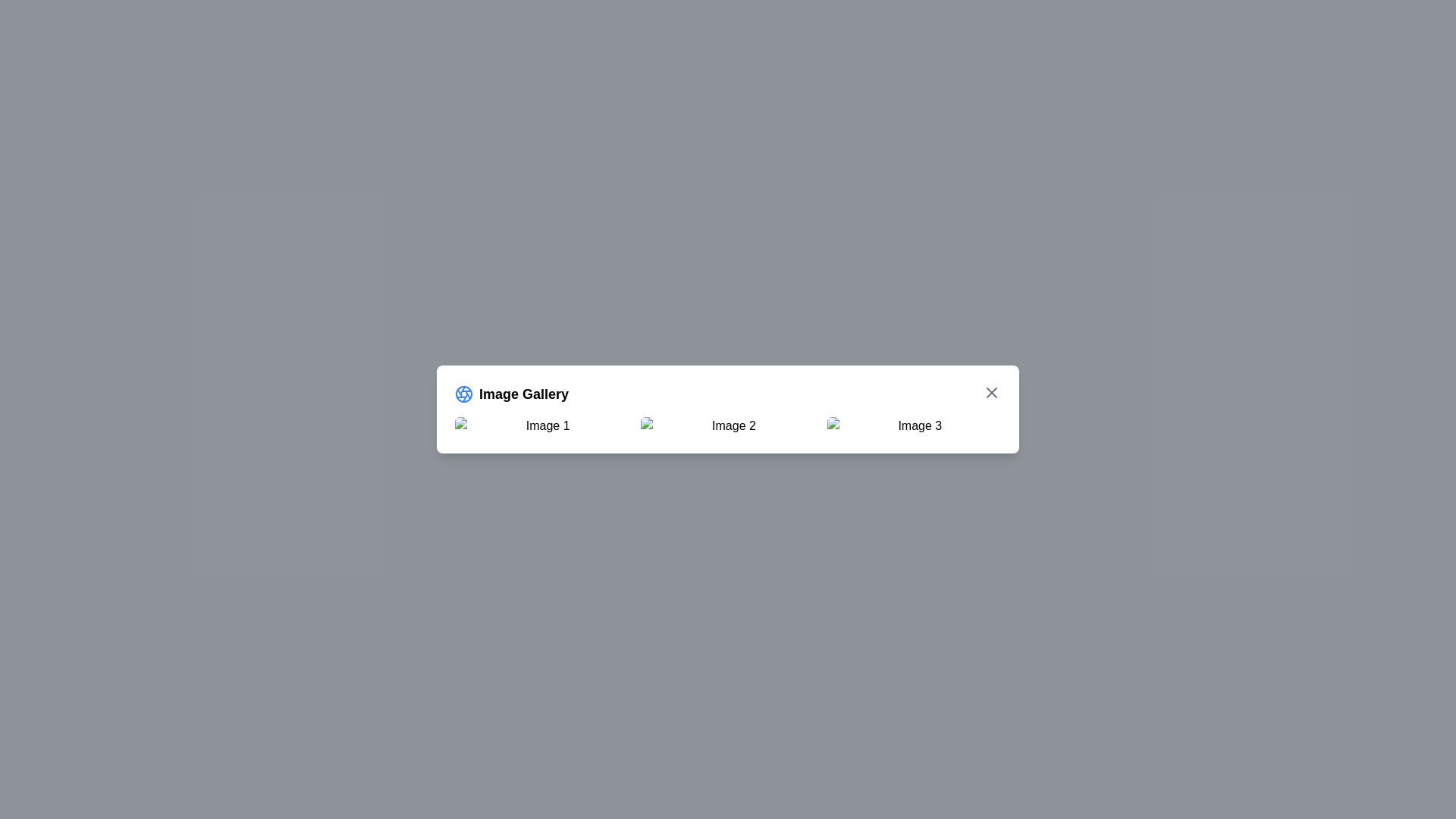  Describe the element at coordinates (992, 391) in the screenshot. I see `the close button to close the dialog` at that location.